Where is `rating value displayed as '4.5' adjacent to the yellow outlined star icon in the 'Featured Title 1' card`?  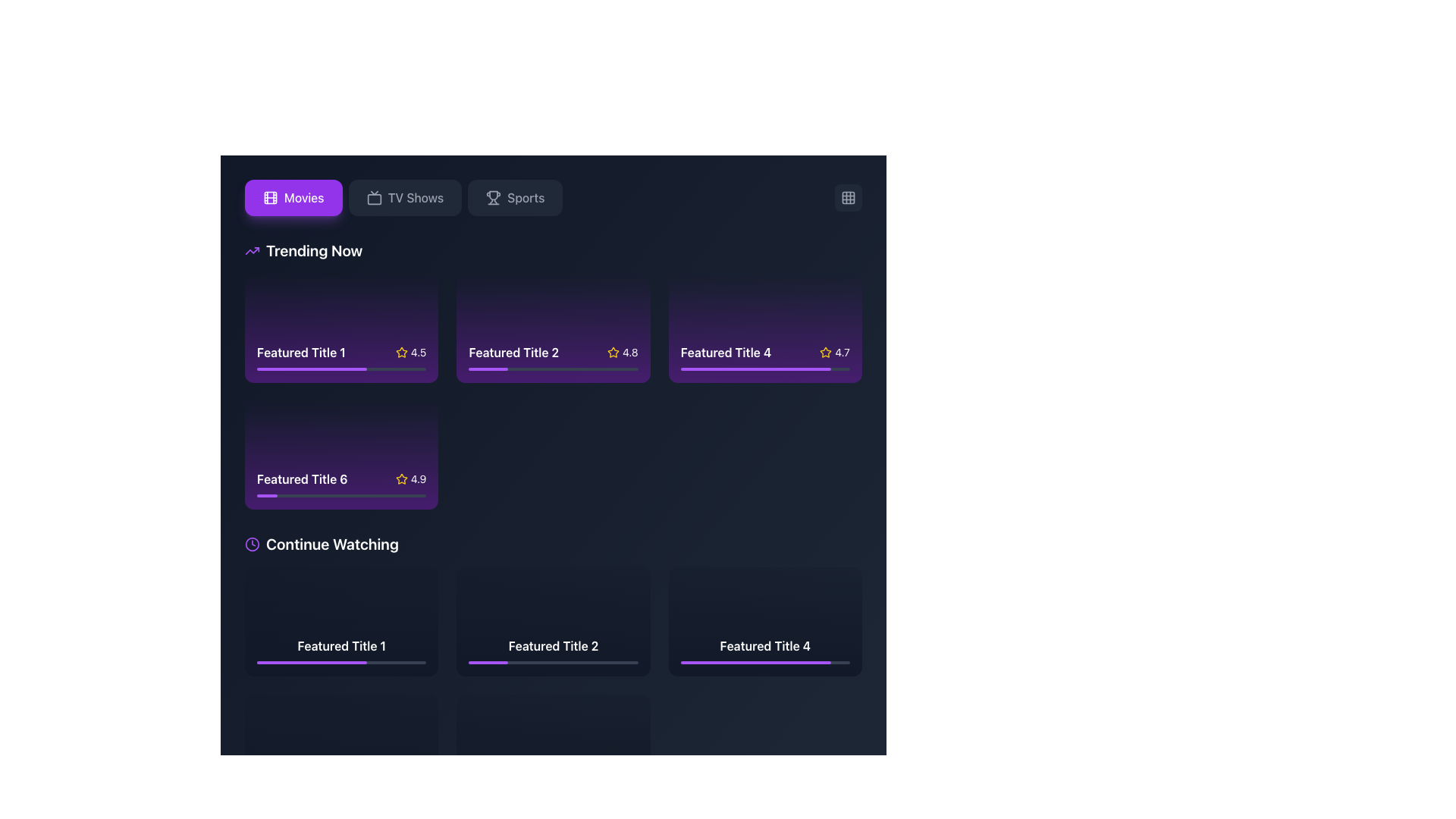 rating value displayed as '4.5' adjacent to the yellow outlined star icon in the 'Featured Title 1' card is located at coordinates (411, 352).